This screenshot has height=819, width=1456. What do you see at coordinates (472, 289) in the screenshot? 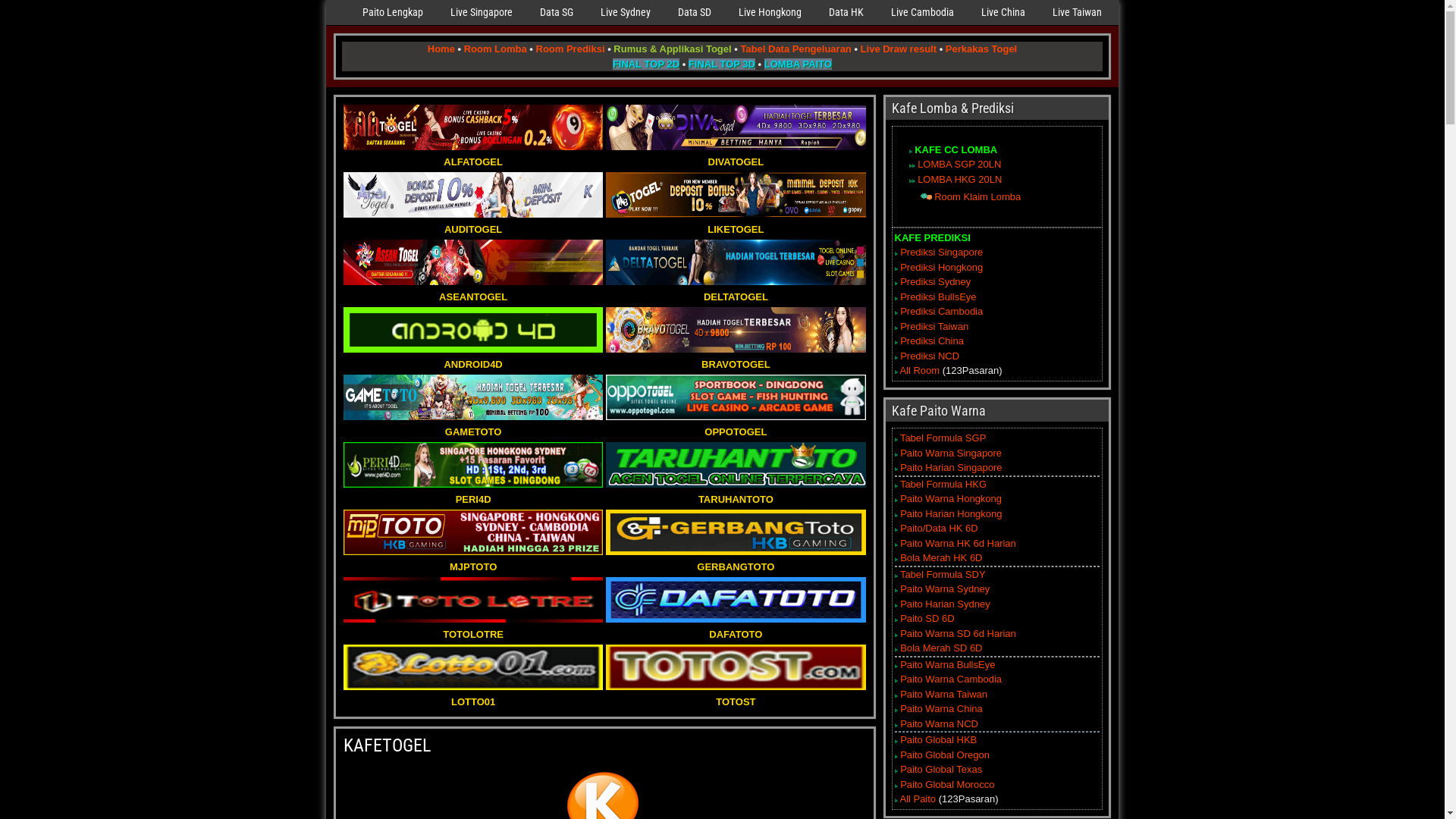
I see `'ASEANTOGEL'` at bounding box center [472, 289].